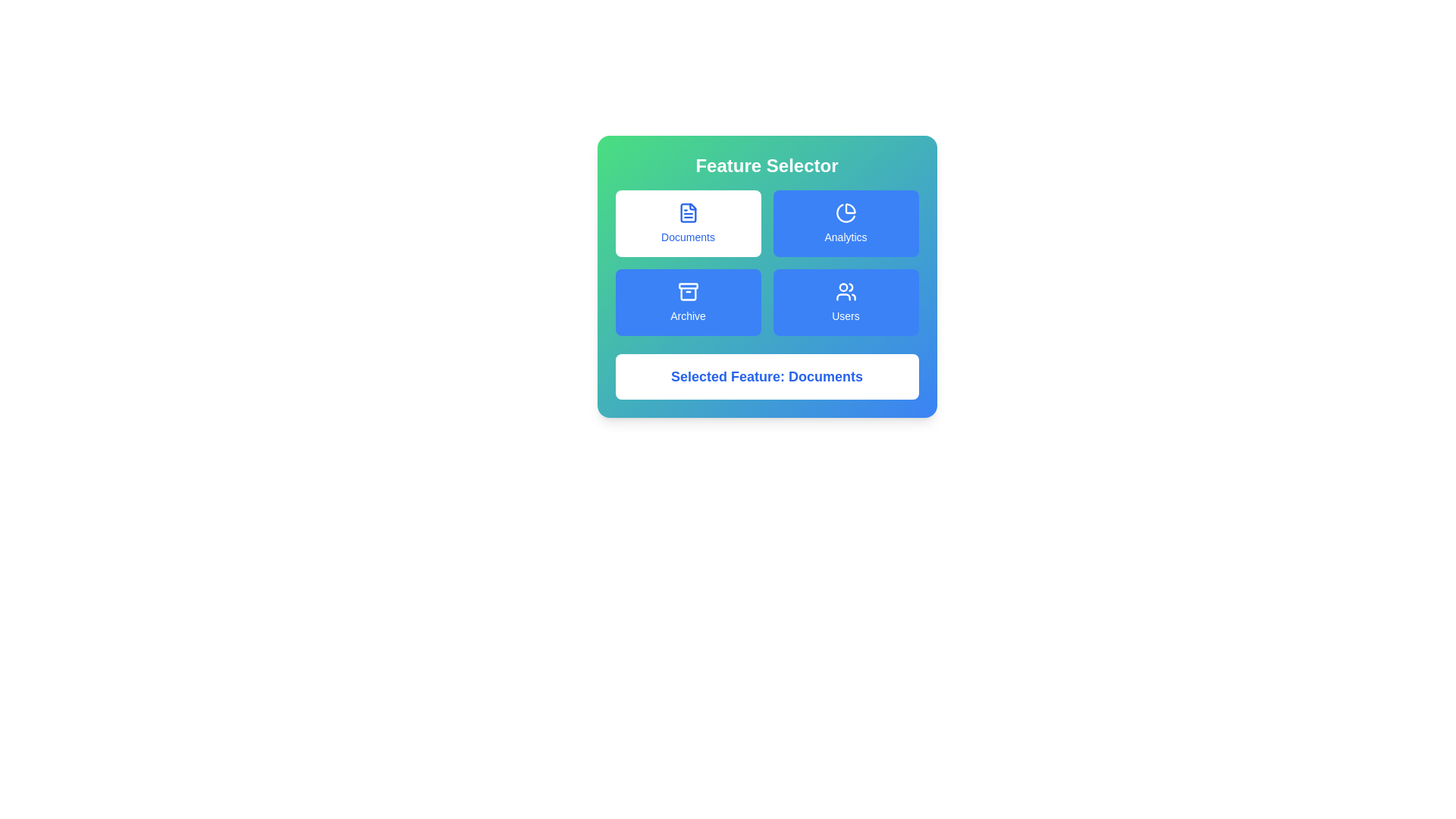  Describe the element at coordinates (845, 213) in the screenshot. I see `the 'Analytics' icon located in the top-right quadrant of the 'Feature Selector' interface, which serves as a visual cue for users to select the 'Analytics' option` at that location.